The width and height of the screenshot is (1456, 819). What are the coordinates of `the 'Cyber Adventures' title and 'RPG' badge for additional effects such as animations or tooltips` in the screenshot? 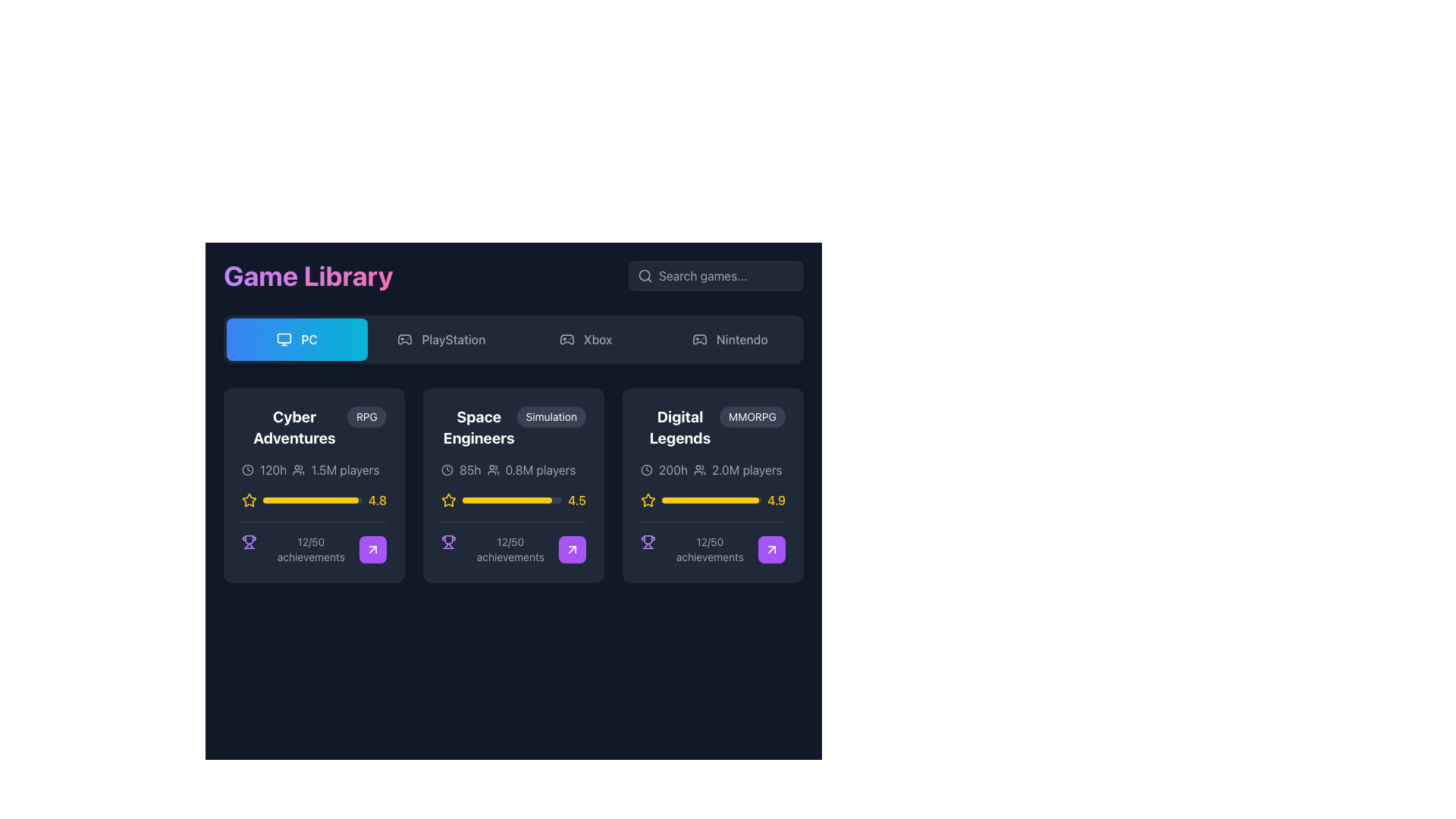 It's located at (313, 427).